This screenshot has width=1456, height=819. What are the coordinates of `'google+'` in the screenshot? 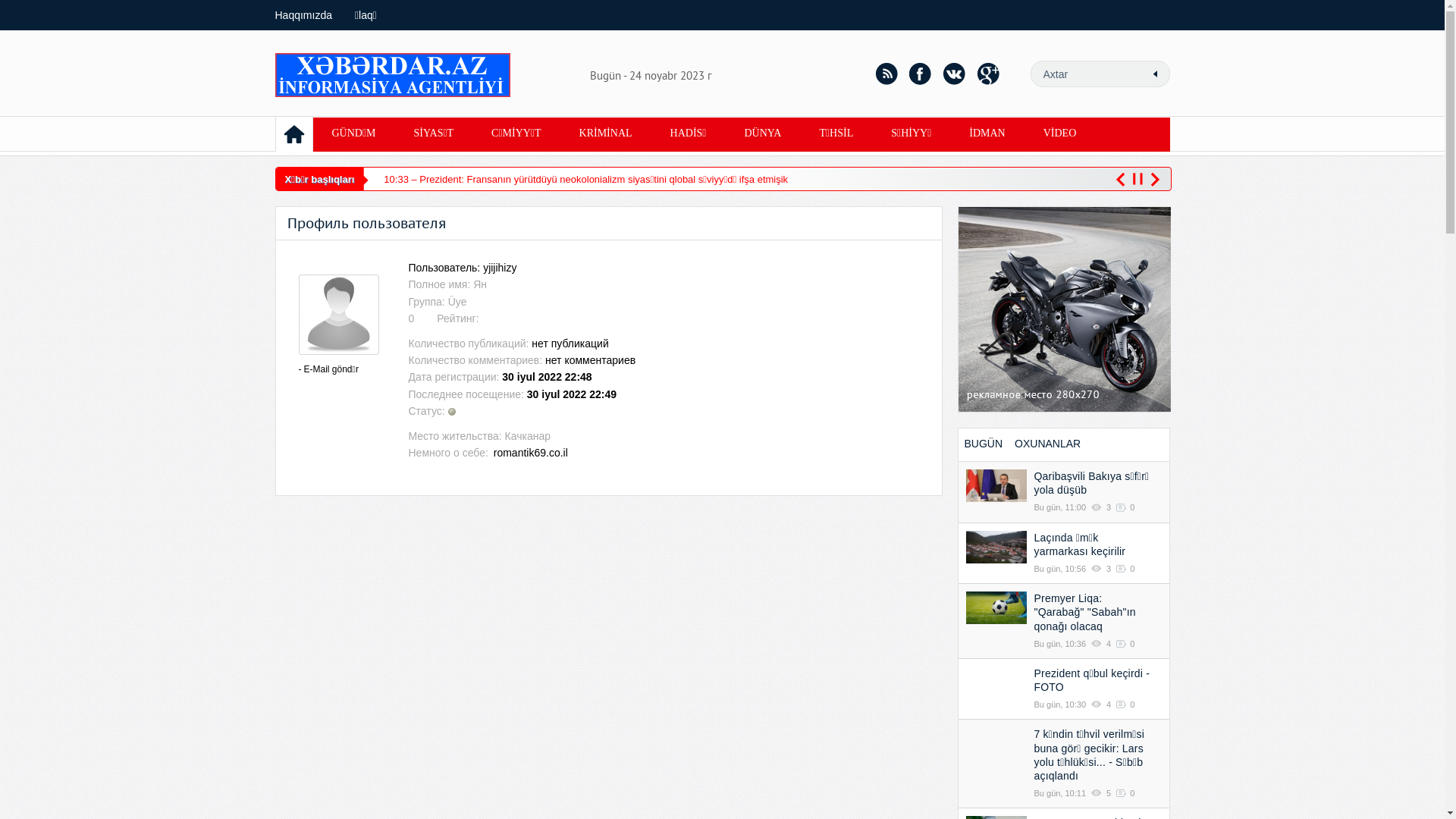 It's located at (987, 73).